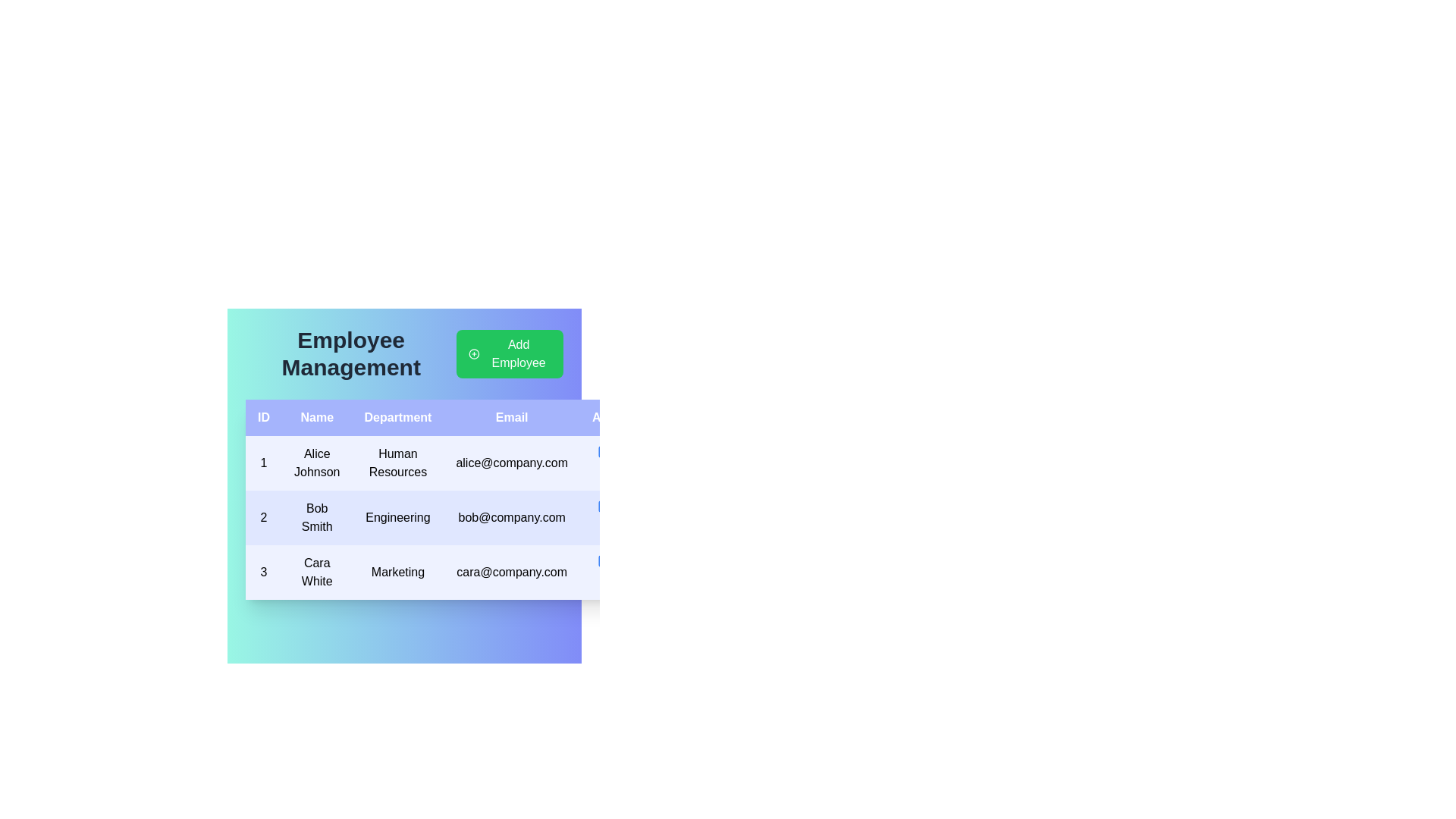  What do you see at coordinates (624, 506) in the screenshot?
I see `the delete button located in the third position of the horizontal row of icons in the table, which allows the user` at bounding box center [624, 506].